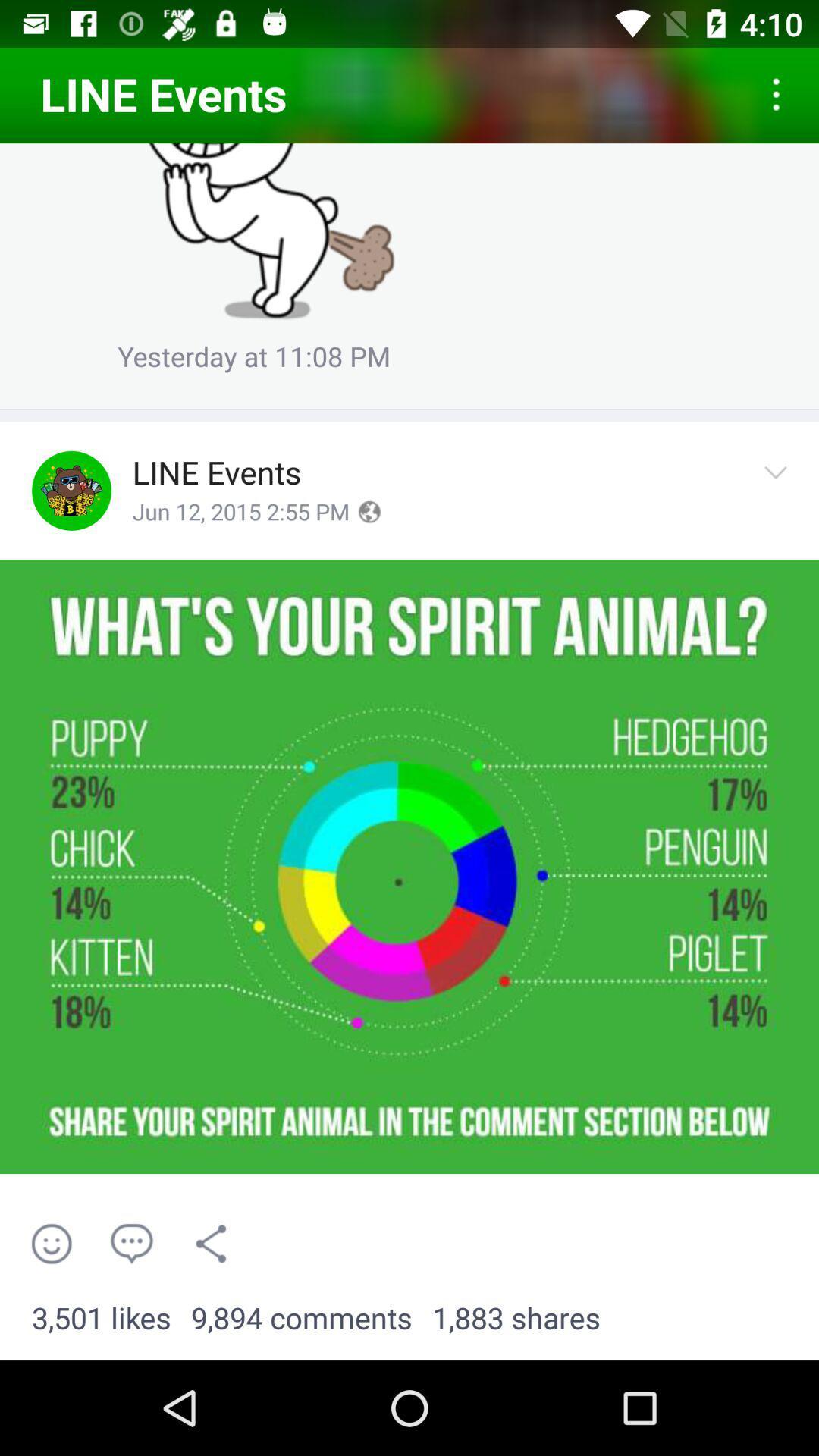 The image size is (819, 1456). I want to click on the 3,501 likes icon, so click(101, 1318).